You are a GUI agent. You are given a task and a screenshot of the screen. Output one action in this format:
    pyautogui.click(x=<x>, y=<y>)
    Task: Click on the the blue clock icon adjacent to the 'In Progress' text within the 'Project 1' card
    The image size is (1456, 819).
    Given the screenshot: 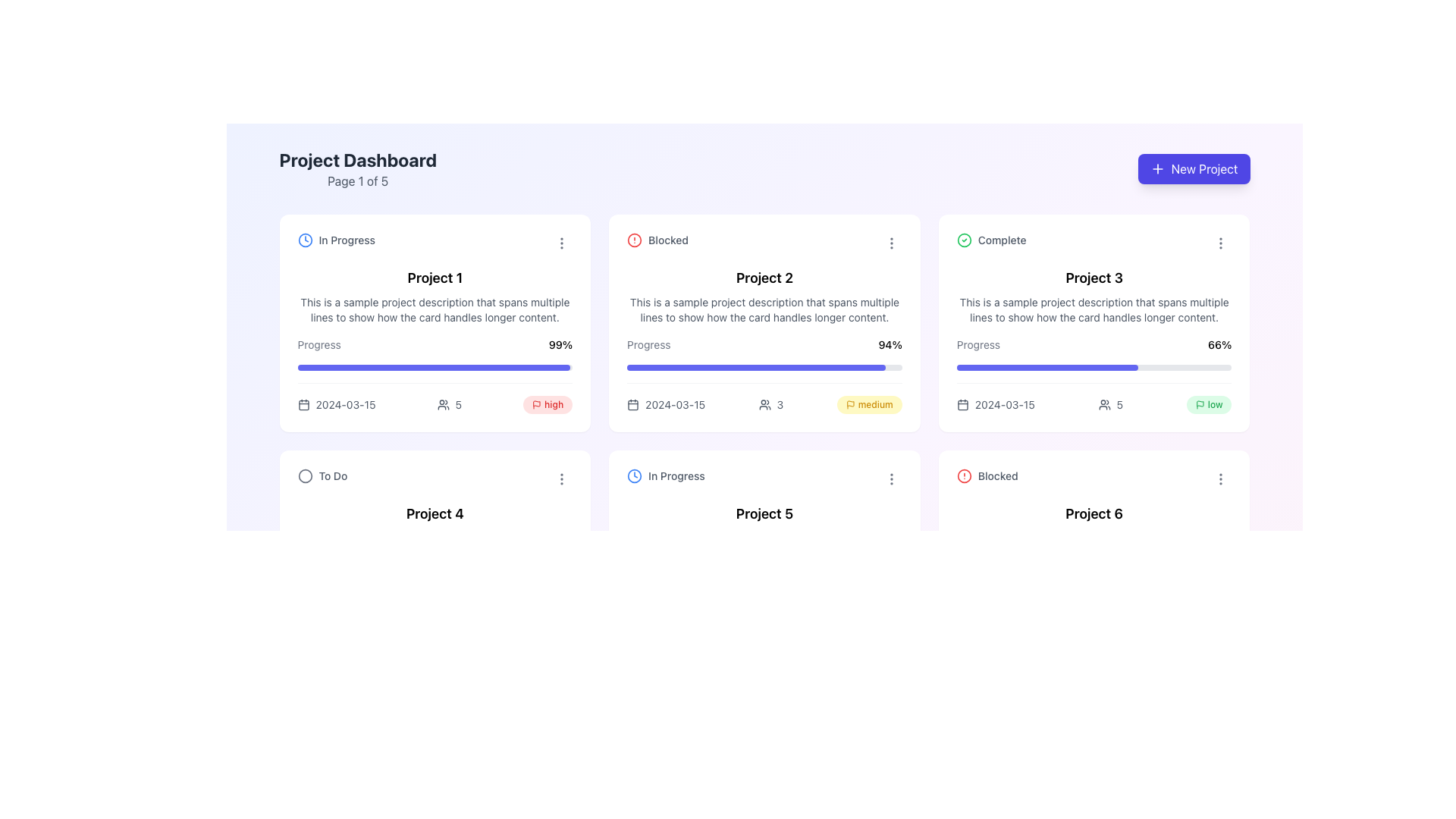 What is the action you would take?
    pyautogui.click(x=304, y=239)
    